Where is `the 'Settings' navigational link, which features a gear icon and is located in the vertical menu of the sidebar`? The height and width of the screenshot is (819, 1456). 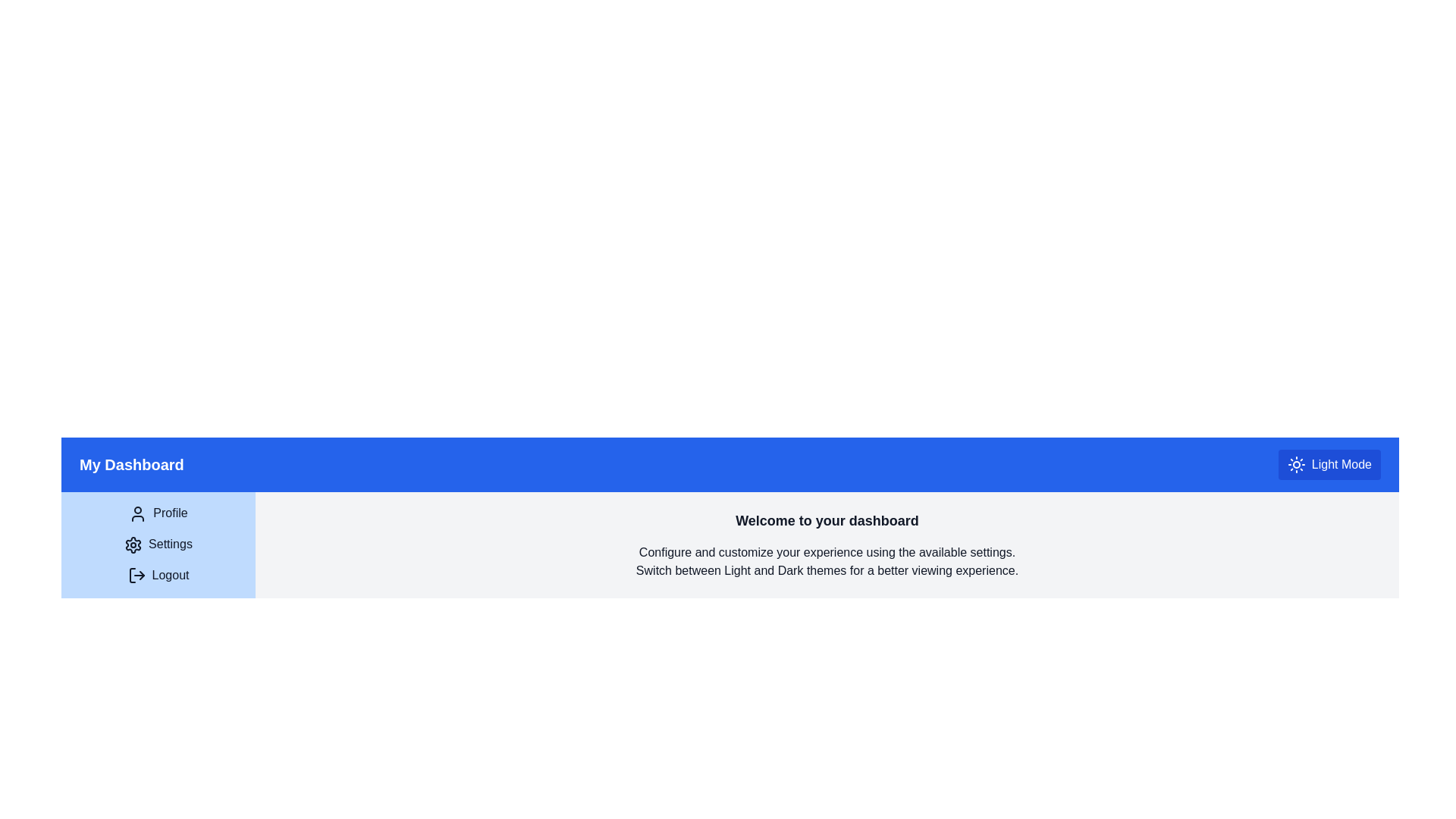 the 'Settings' navigational link, which features a gear icon and is located in the vertical menu of the sidebar is located at coordinates (158, 543).